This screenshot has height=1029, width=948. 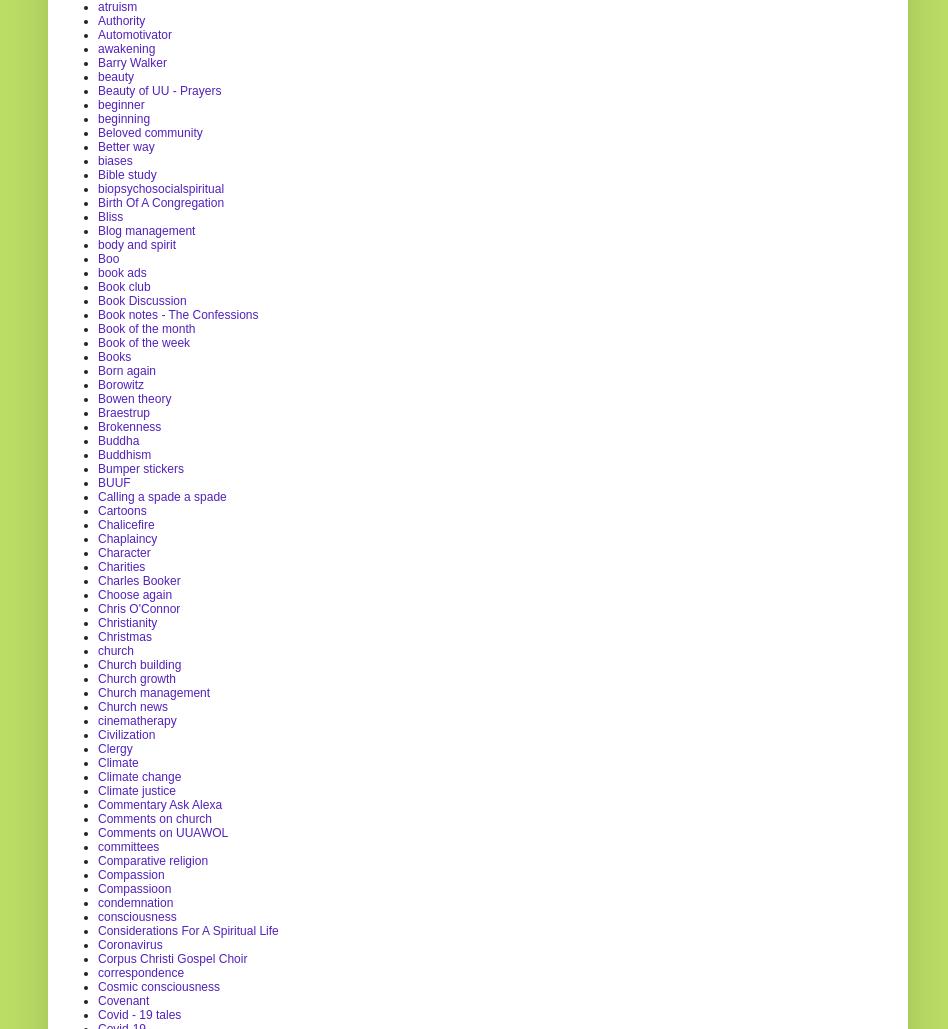 What do you see at coordinates (133, 594) in the screenshot?
I see `'Choose again'` at bounding box center [133, 594].